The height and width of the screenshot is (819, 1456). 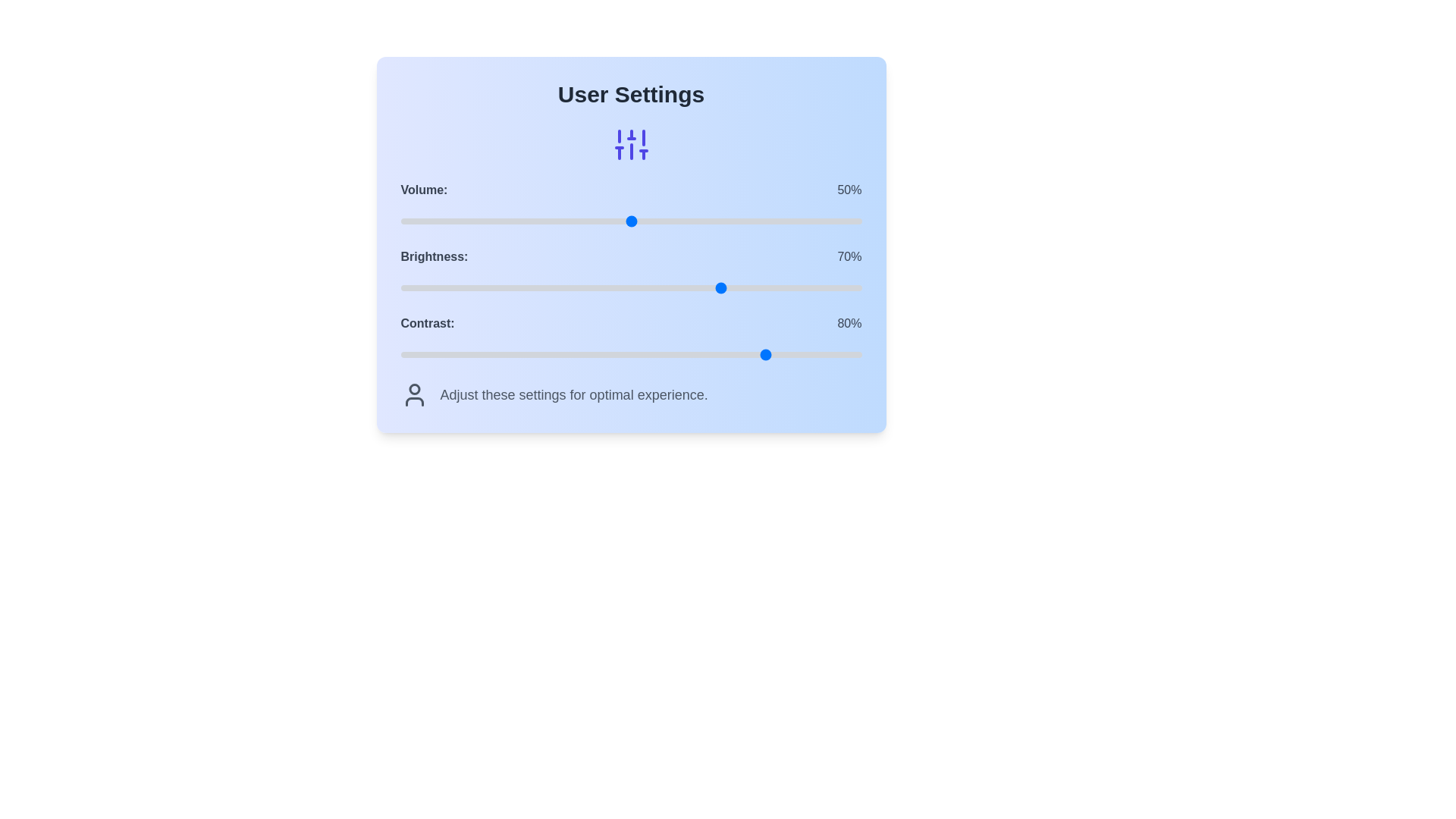 I want to click on the settings icon located centrally below the 'User Settings' heading and above the 'Volume:' setting, so click(x=631, y=145).